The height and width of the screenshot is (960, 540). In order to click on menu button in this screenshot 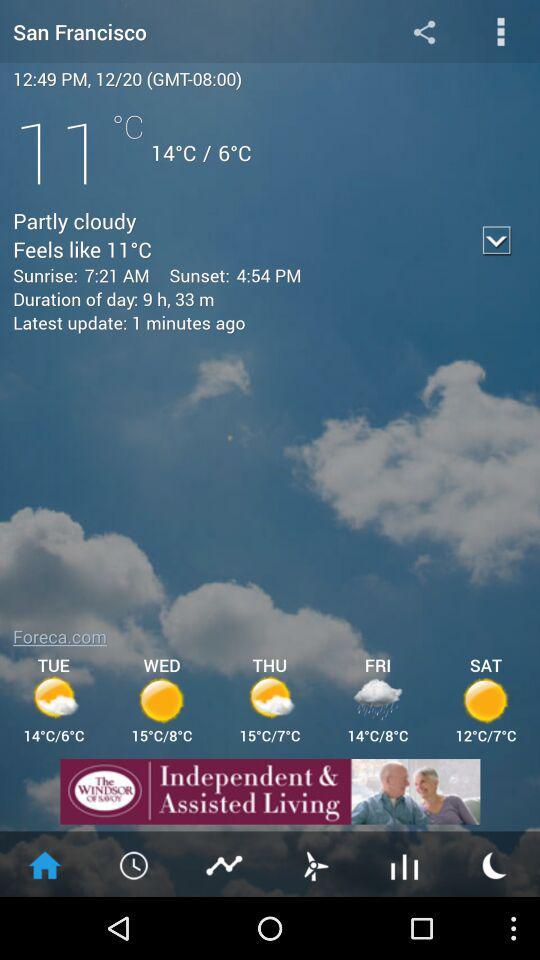, I will do `click(500, 30)`.